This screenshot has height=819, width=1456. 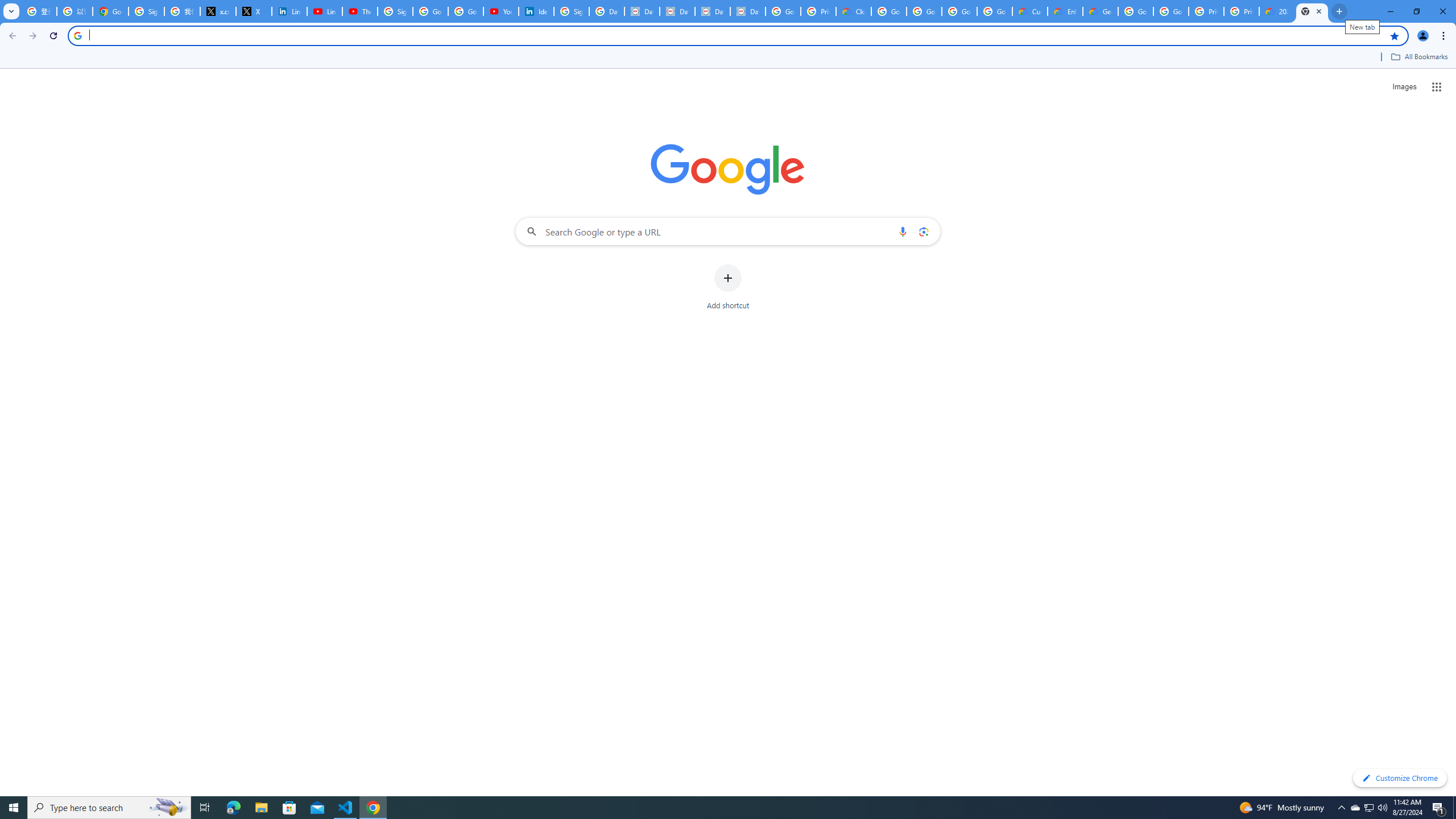 What do you see at coordinates (642, 11) in the screenshot?
I see `'Data Privacy Framework'` at bounding box center [642, 11].